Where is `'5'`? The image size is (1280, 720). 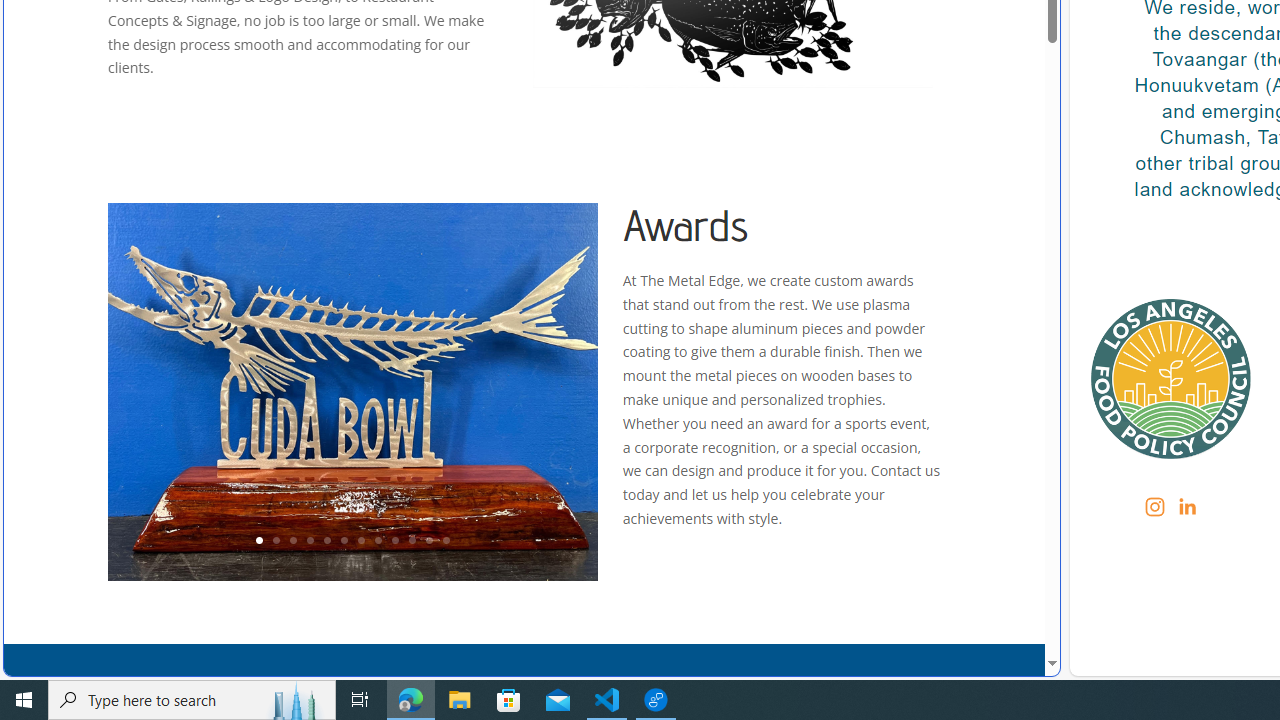
'5' is located at coordinates (327, 541).